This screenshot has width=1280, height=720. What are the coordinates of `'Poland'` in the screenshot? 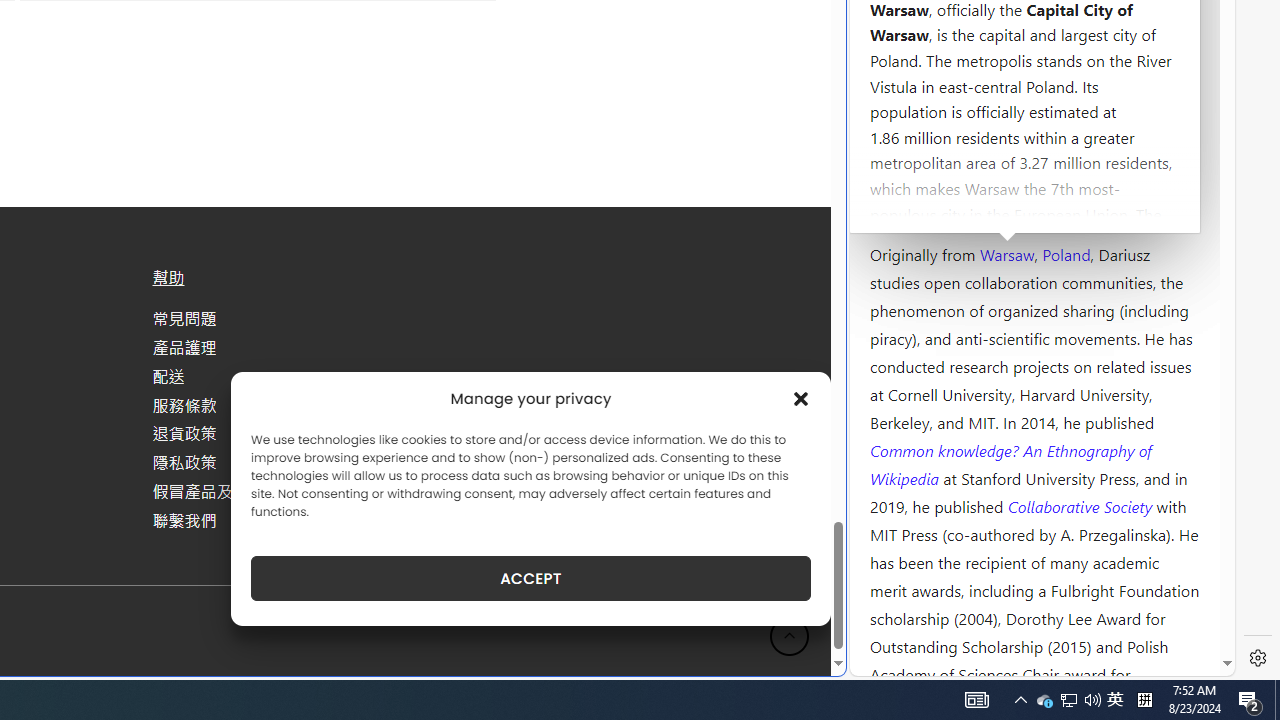 It's located at (1065, 252).